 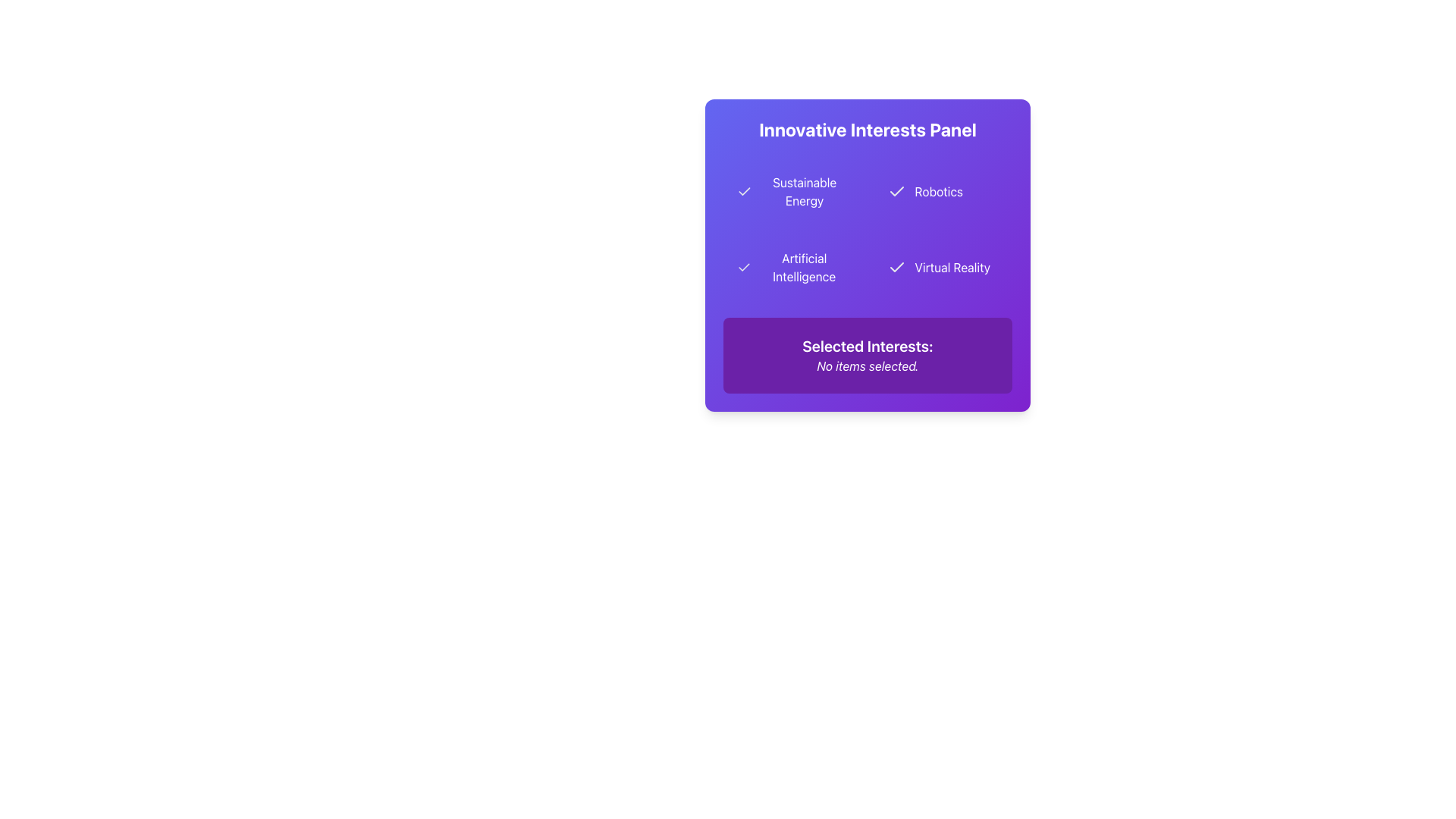 I want to click on the 'Sustainable Energy' text label within the 'Innovative Interests Panel' which indicates a selectable option, so click(x=804, y=191).